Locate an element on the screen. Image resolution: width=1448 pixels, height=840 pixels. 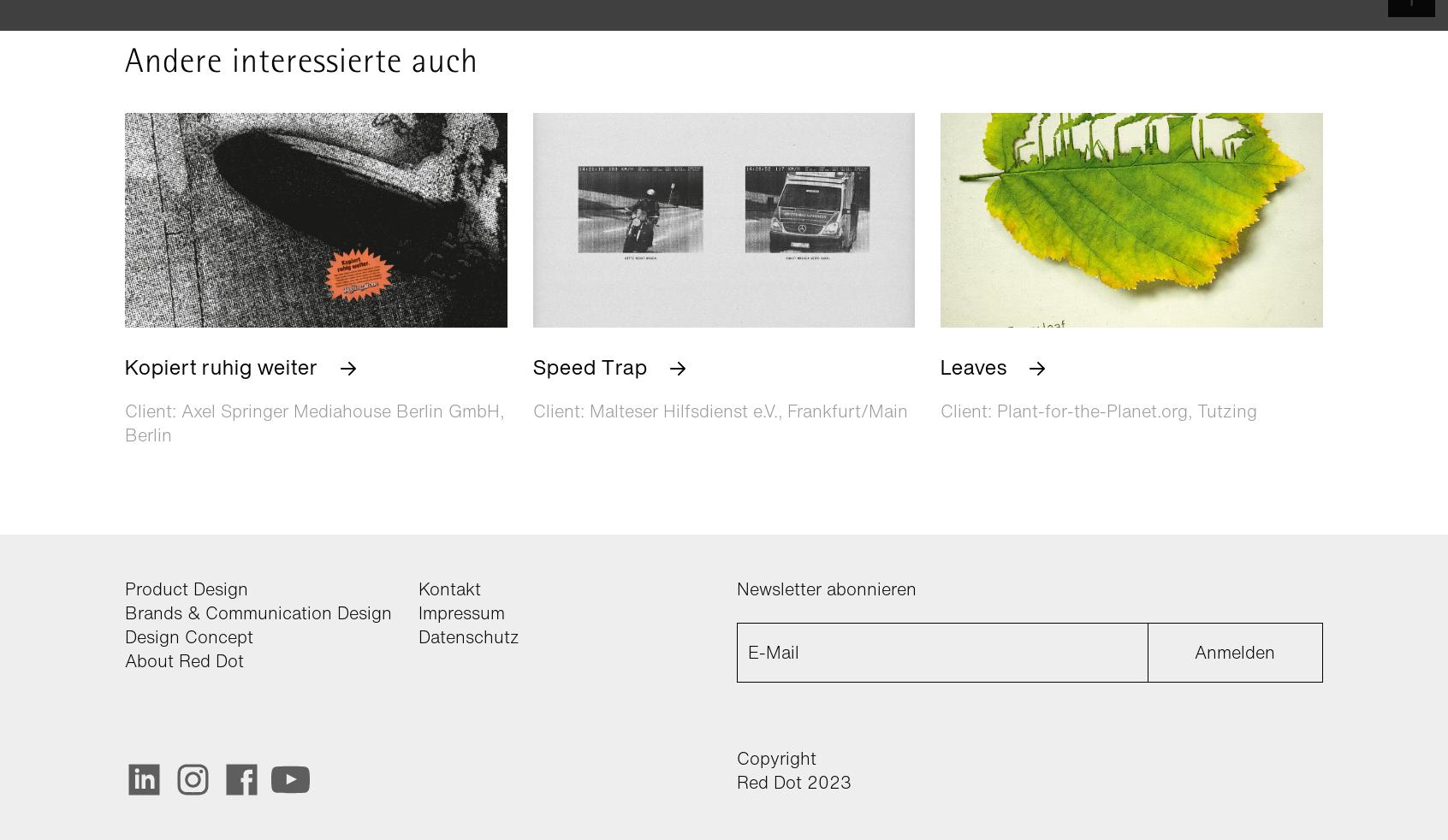
'Brands & Communication Design' is located at coordinates (258, 611).